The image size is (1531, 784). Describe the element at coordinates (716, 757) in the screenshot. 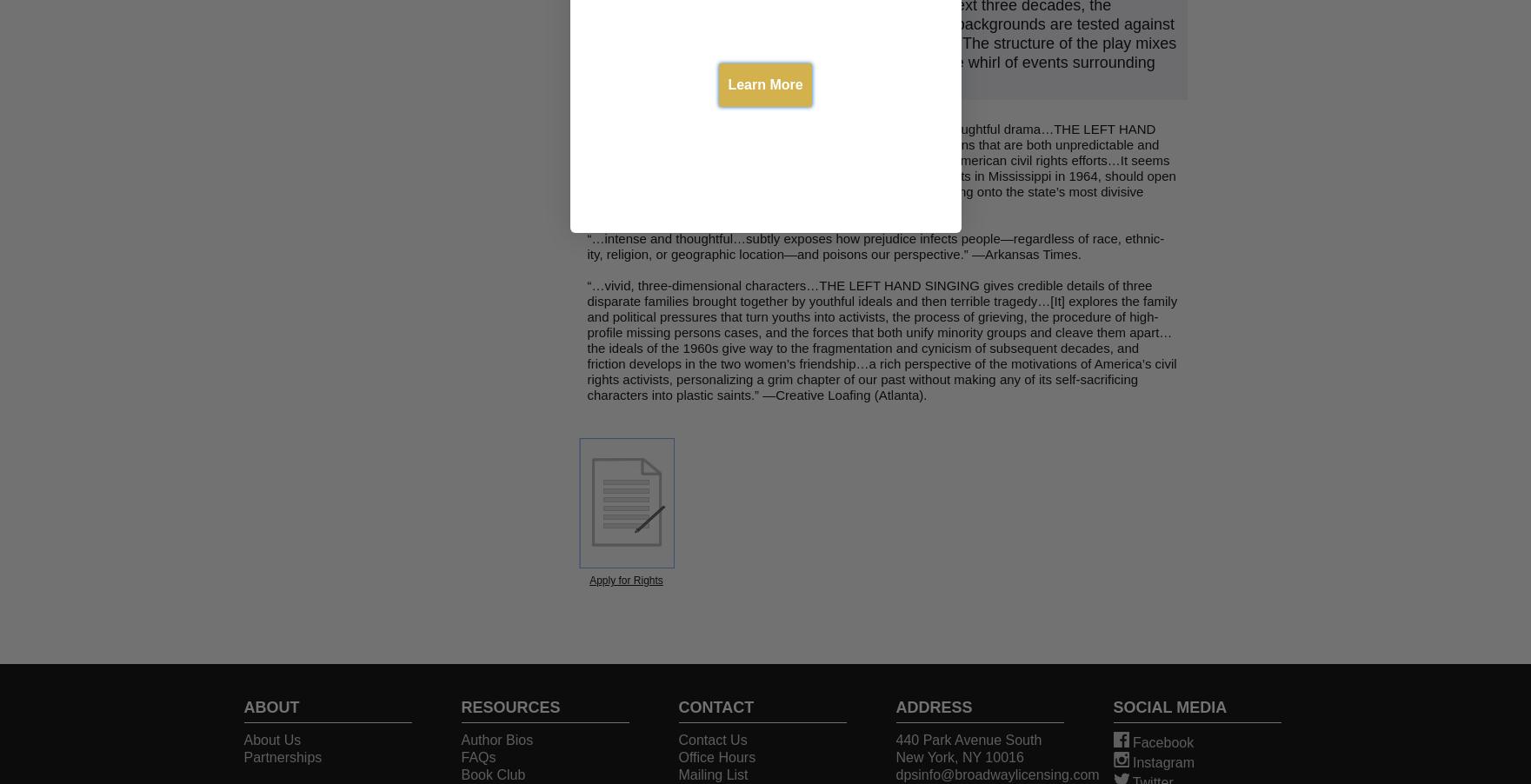

I see `'Office Hours'` at that location.